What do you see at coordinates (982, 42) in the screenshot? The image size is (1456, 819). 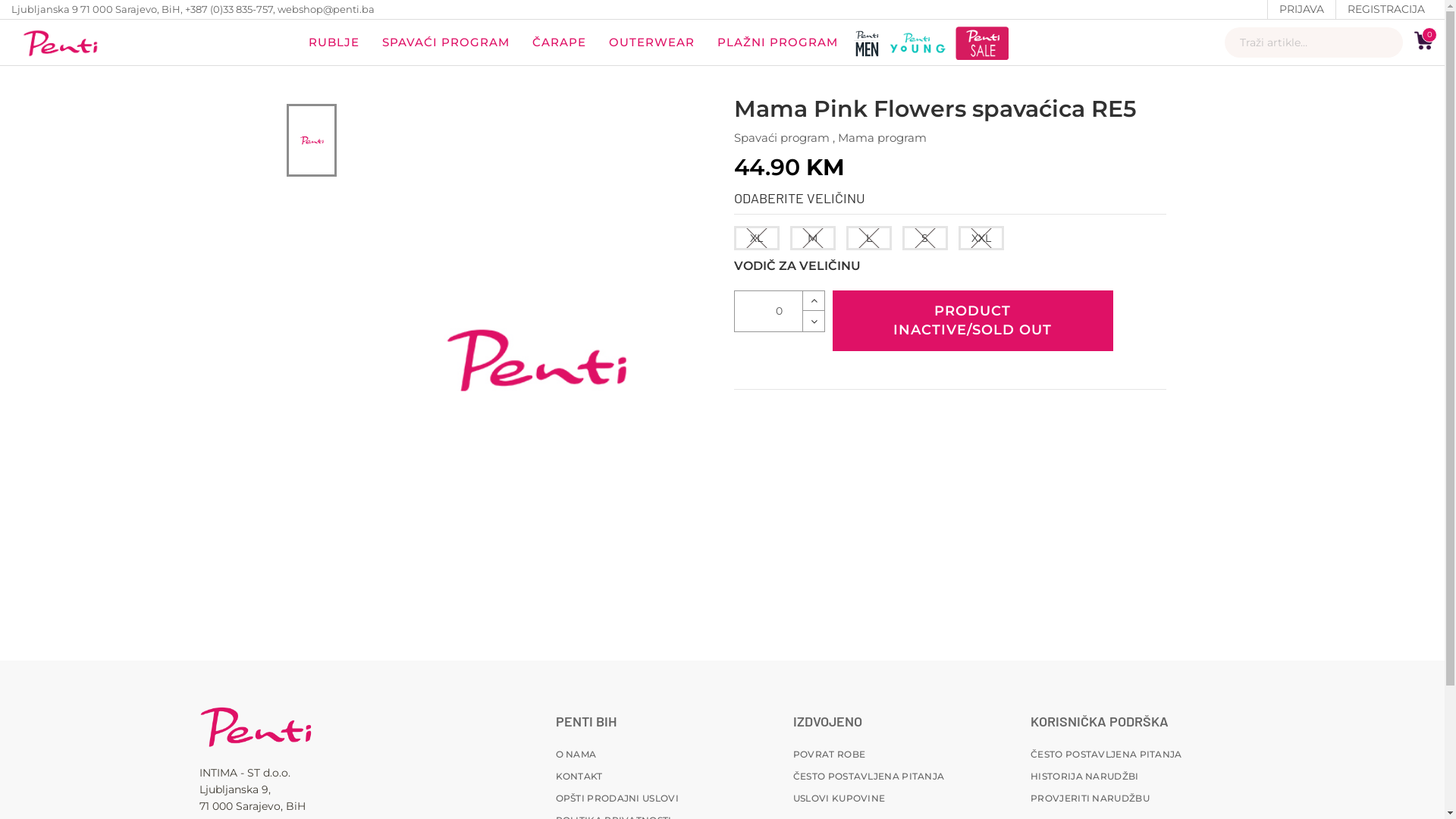 I see `'penti sale'` at bounding box center [982, 42].